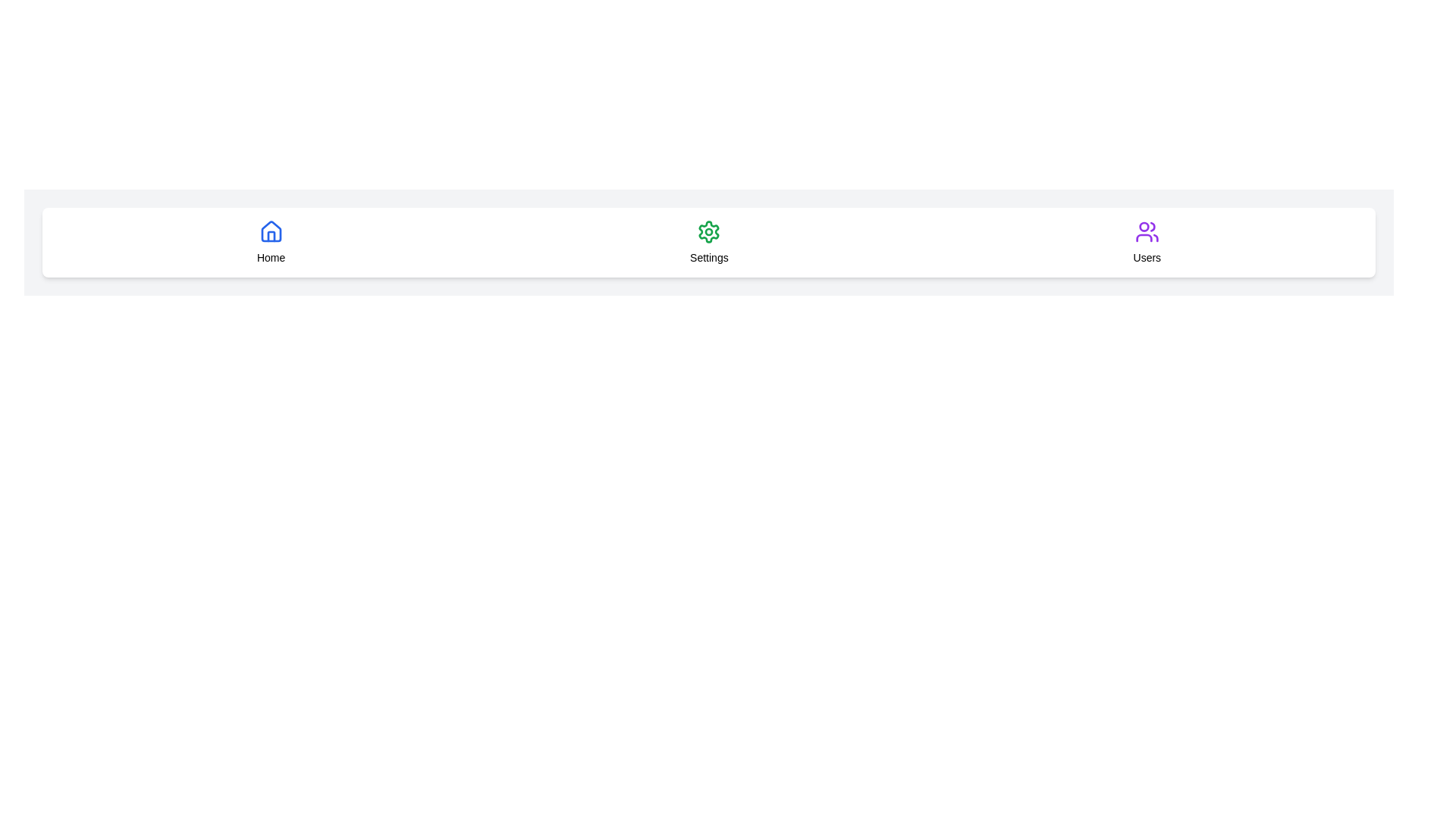  What do you see at coordinates (708, 231) in the screenshot?
I see `the green gear icon representing the settings control, which is located in the middle part of the navigation bar above the 'Settings' label` at bounding box center [708, 231].